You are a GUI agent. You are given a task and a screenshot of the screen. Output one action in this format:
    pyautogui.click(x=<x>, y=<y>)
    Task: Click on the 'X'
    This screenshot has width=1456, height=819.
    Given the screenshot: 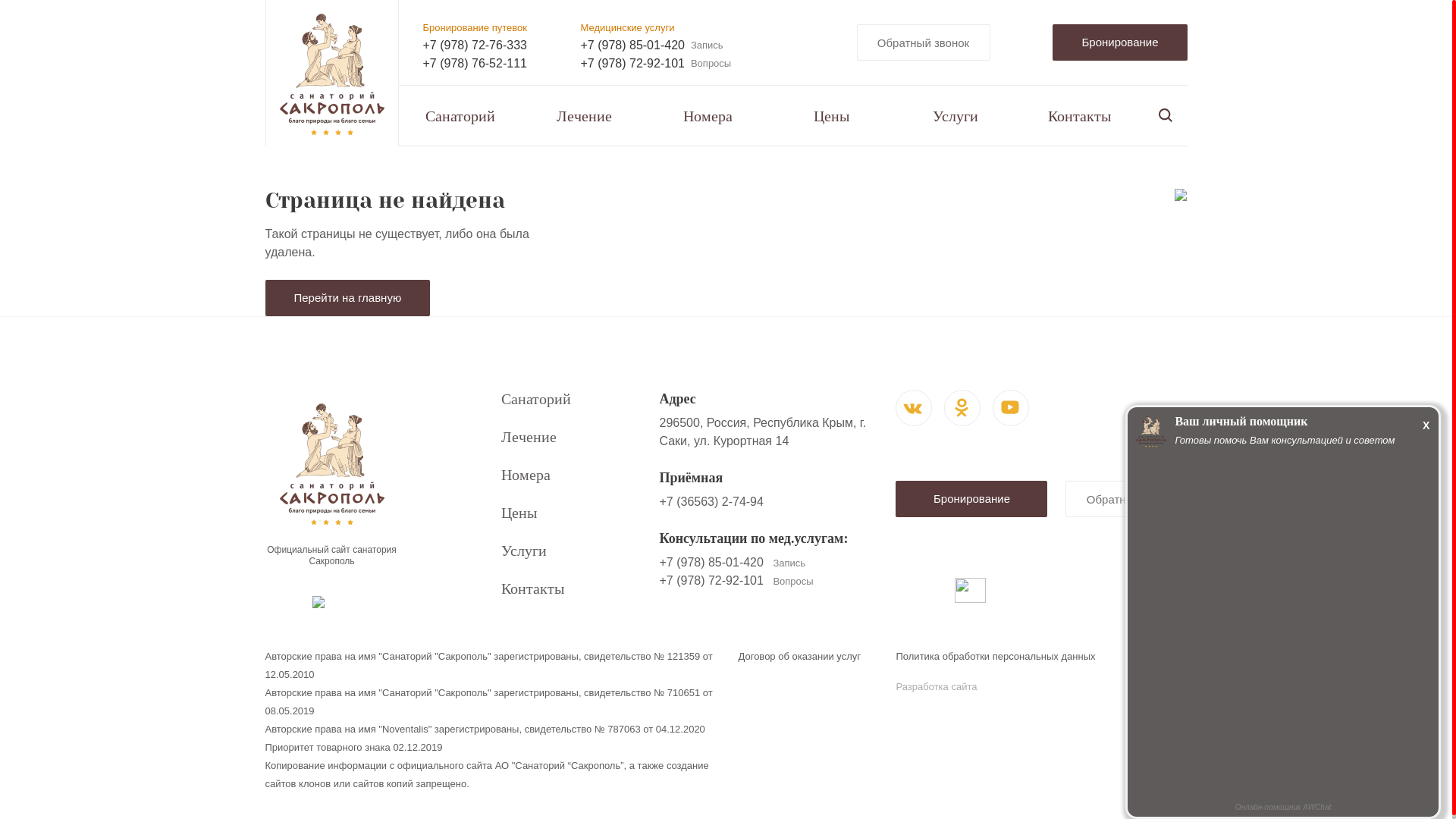 What is the action you would take?
    pyautogui.click(x=1425, y=424)
    